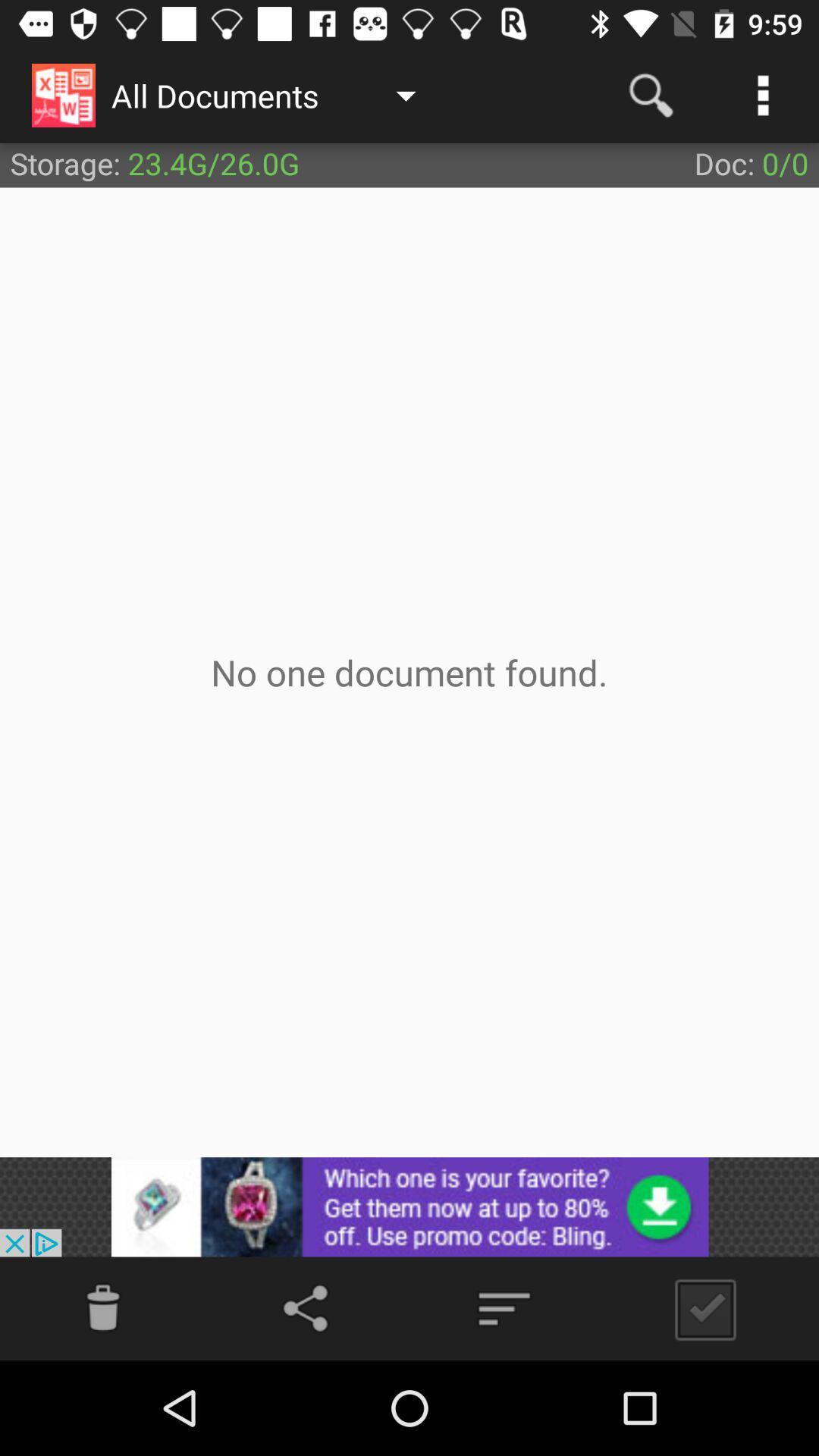 The height and width of the screenshot is (1456, 819). What do you see at coordinates (102, 1307) in the screenshot?
I see `delete option` at bounding box center [102, 1307].